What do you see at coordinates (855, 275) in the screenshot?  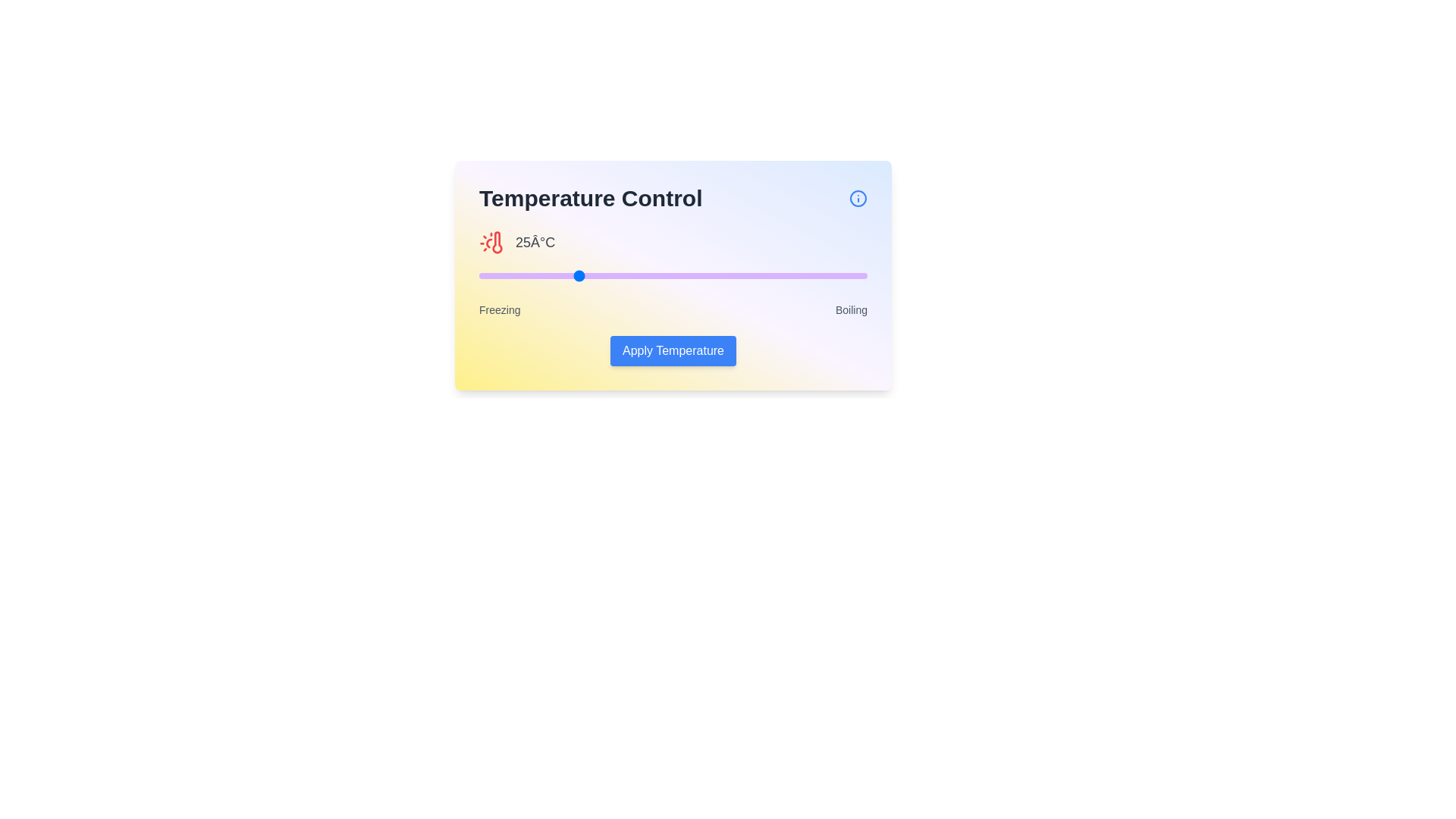 I see `the temperature slider to 97 percent` at bounding box center [855, 275].